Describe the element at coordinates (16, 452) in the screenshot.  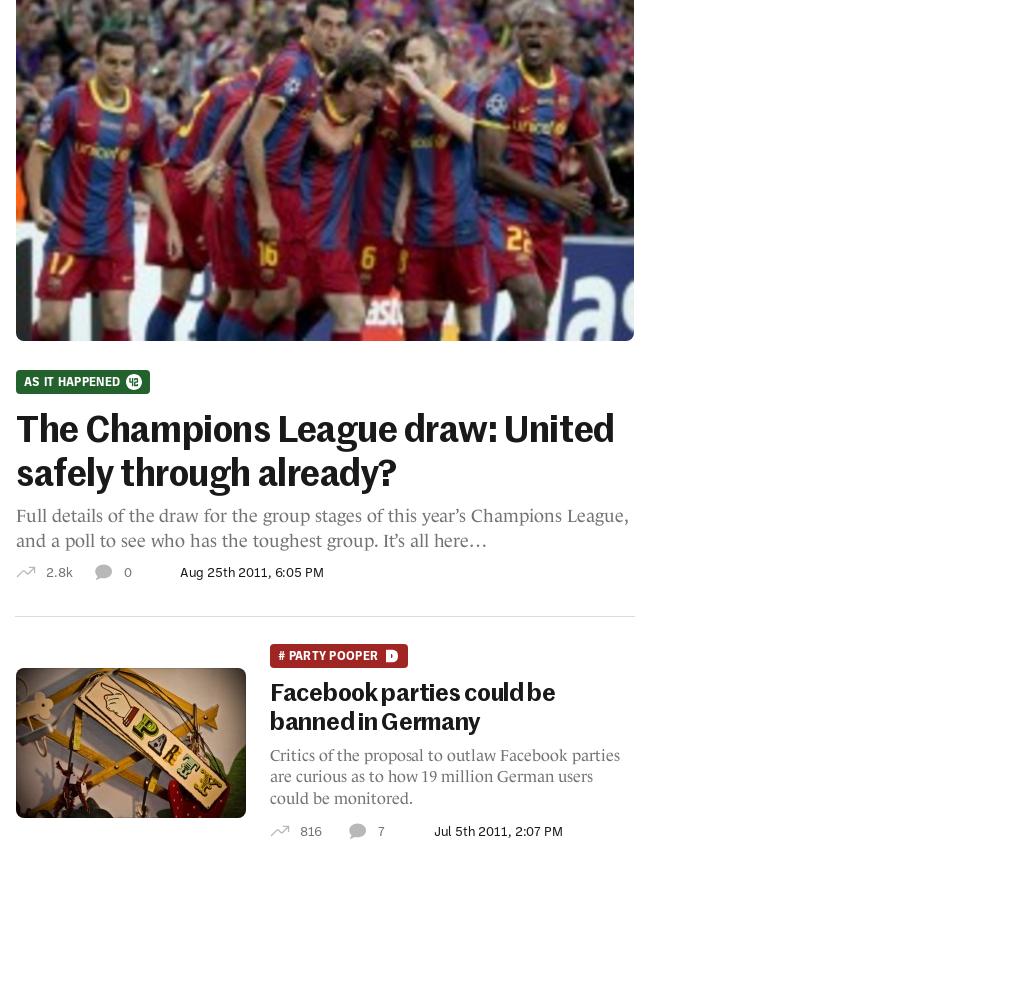
I see `'The Champions League draw: United safely through already?'` at that location.